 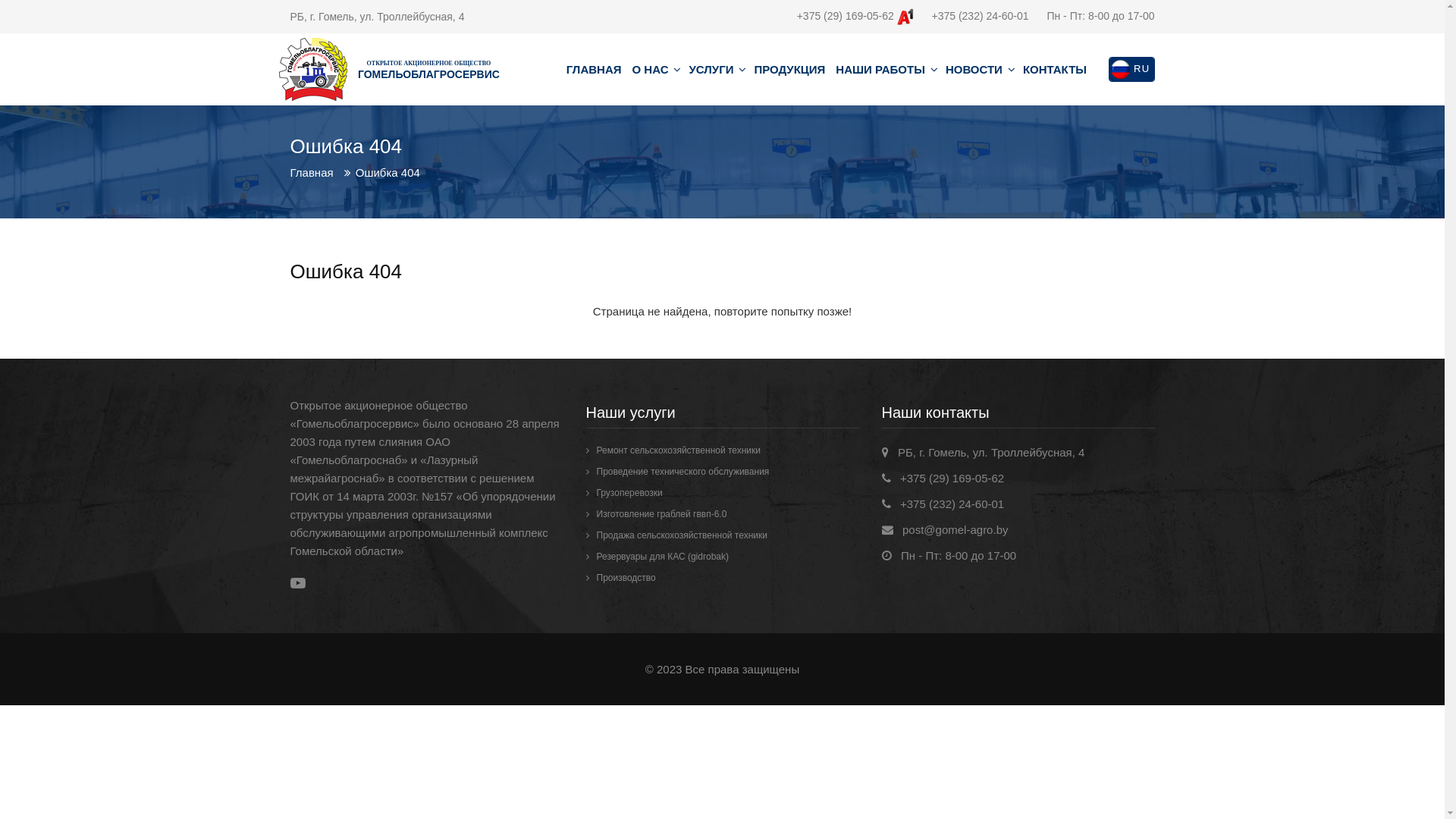 What do you see at coordinates (979, 15) in the screenshot?
I see `'+375 (232) 24-60-01'` at bounding box center [979, 15].